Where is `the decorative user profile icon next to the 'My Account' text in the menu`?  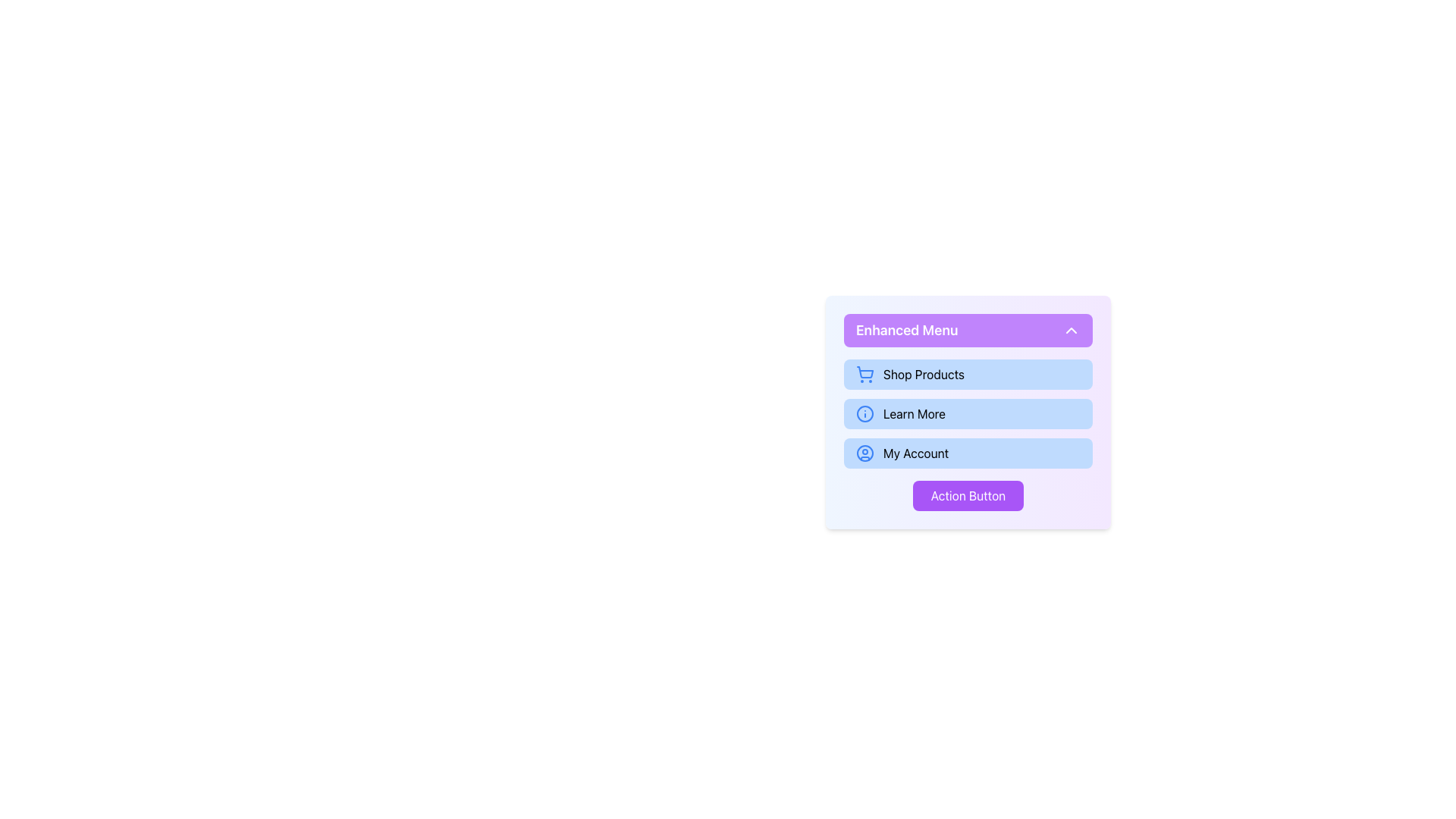 the decorative user profile icon next to the 'My Account' text in the menu is located at coordinates (865, 452).